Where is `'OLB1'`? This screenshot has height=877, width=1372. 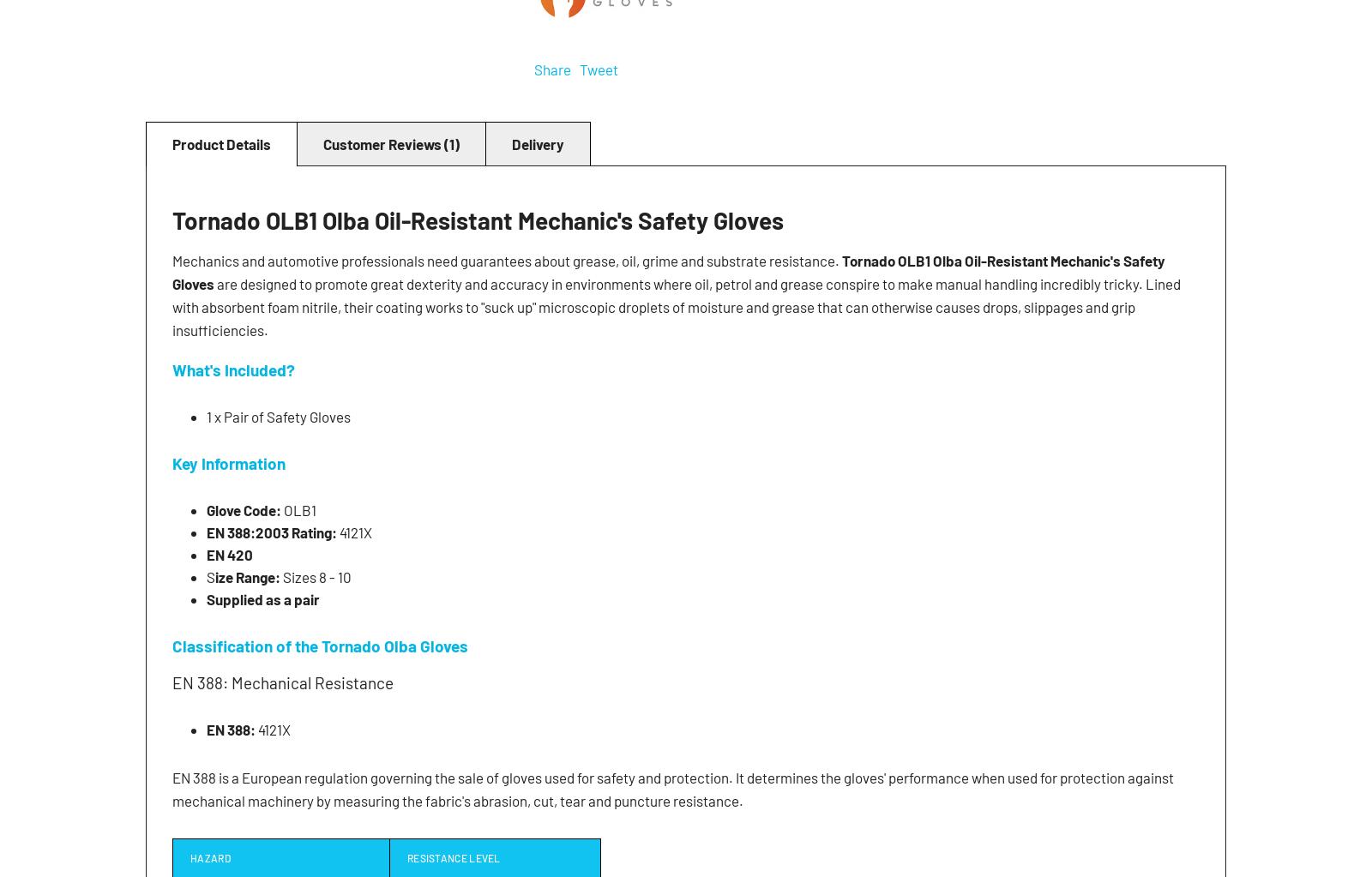
'OLB1' is located at coordinates (300, 508).